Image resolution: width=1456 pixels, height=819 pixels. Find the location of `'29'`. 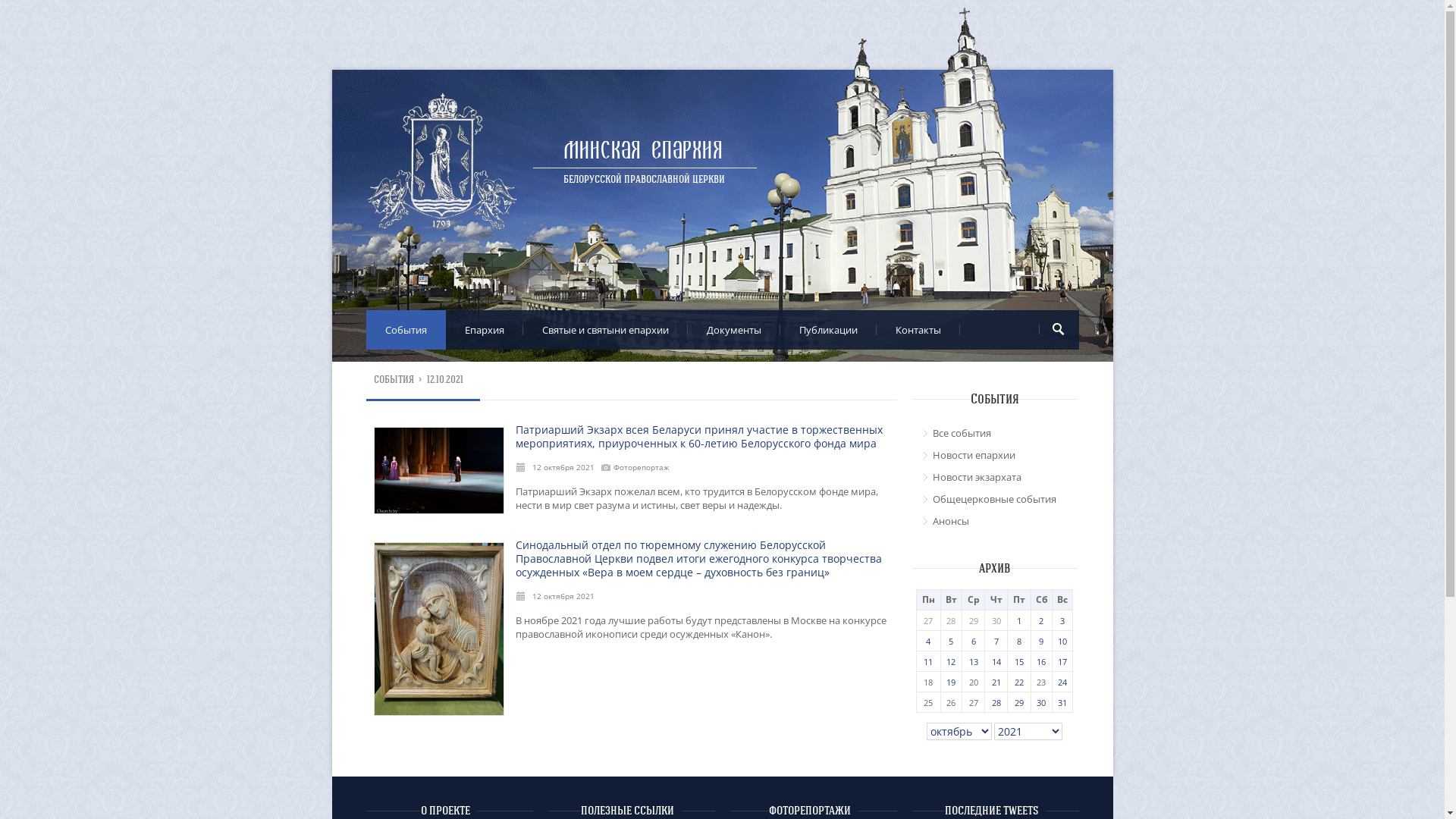

'29' is located at coordinates (1019, 701).